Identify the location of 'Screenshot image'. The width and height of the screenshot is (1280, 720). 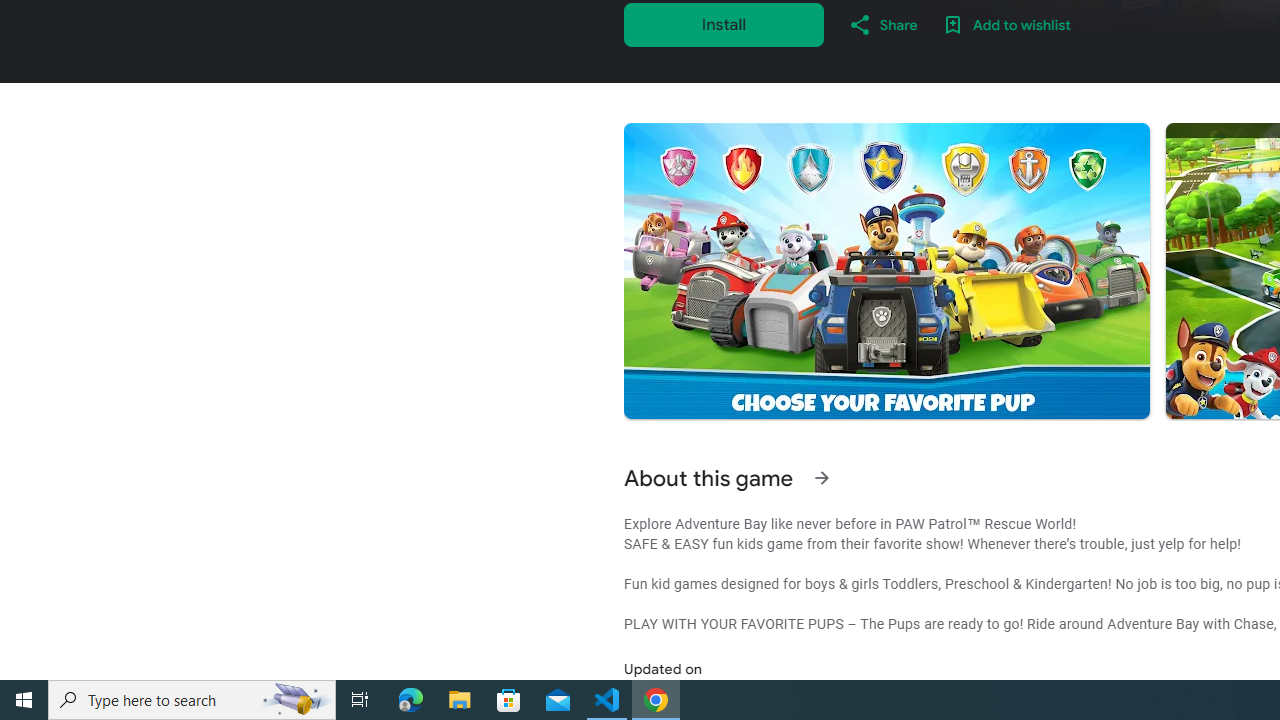
(885, 271).